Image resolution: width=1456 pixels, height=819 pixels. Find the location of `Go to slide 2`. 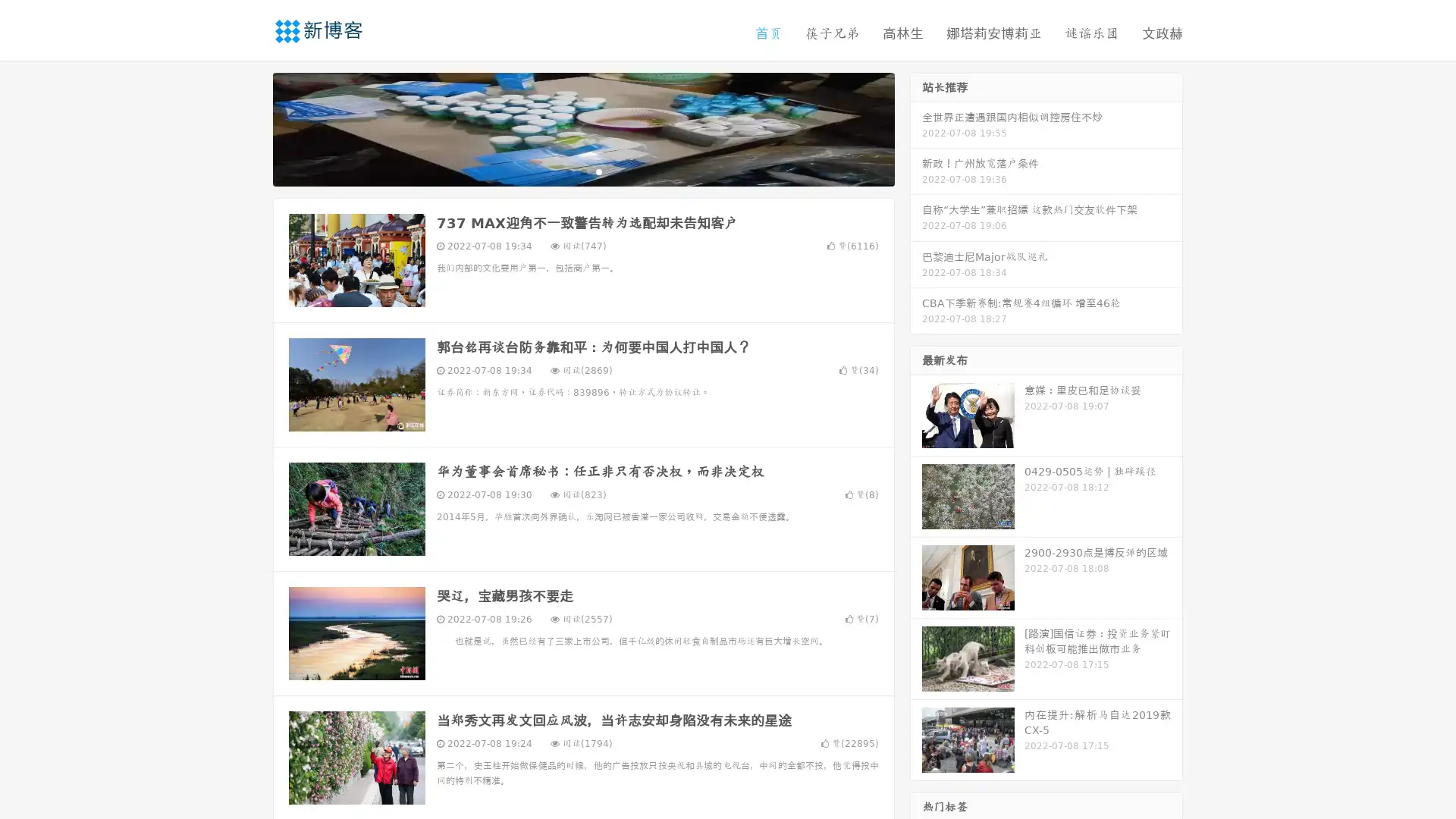

Go to slide 2 is located at coordinates (582, 171).